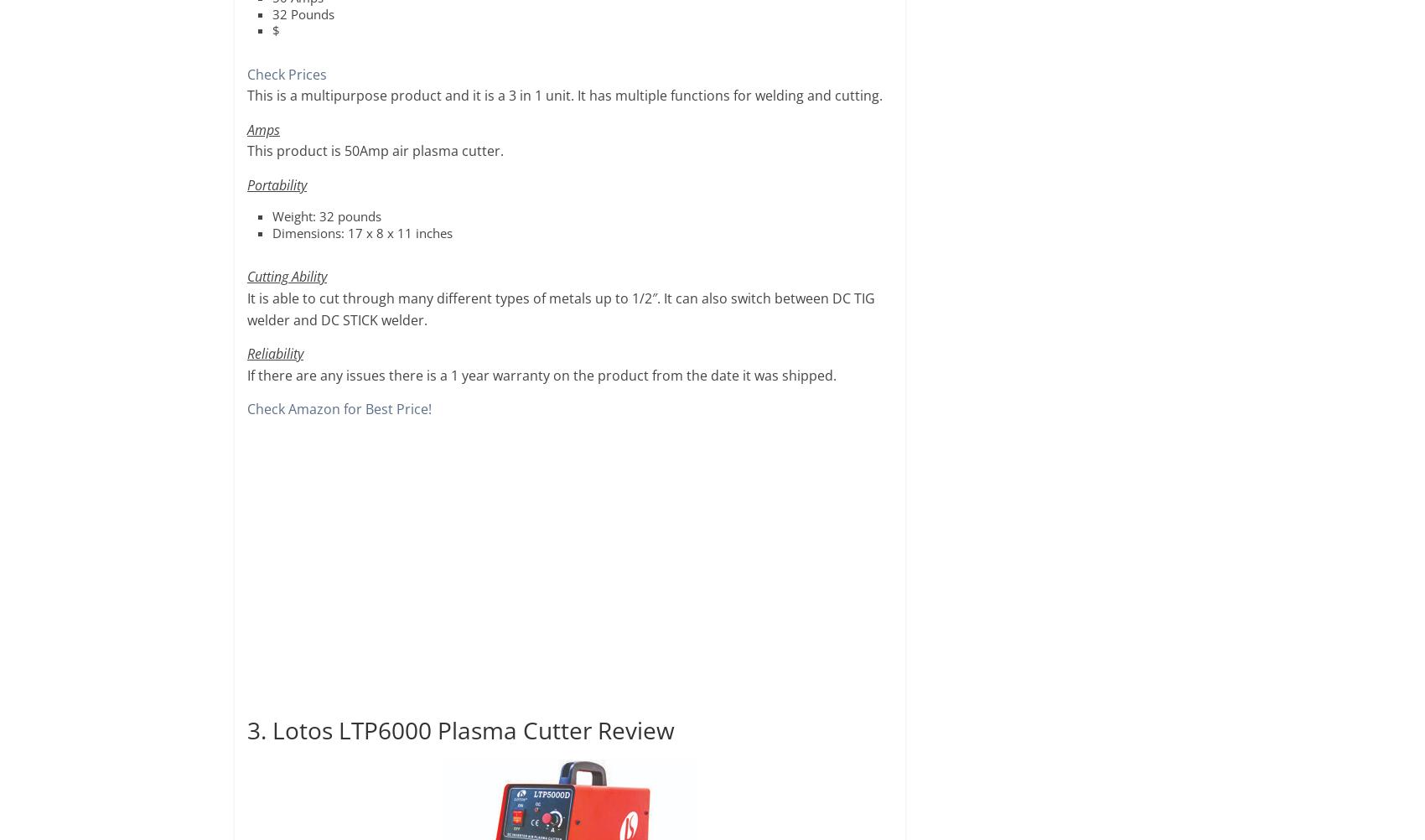 This screenshot has height=840, width=1425. I want to click on 'This is a multipurpose product and it is a 3 in 1 unit. It has multiple functions for welding and cutting.', so click(246, 95).